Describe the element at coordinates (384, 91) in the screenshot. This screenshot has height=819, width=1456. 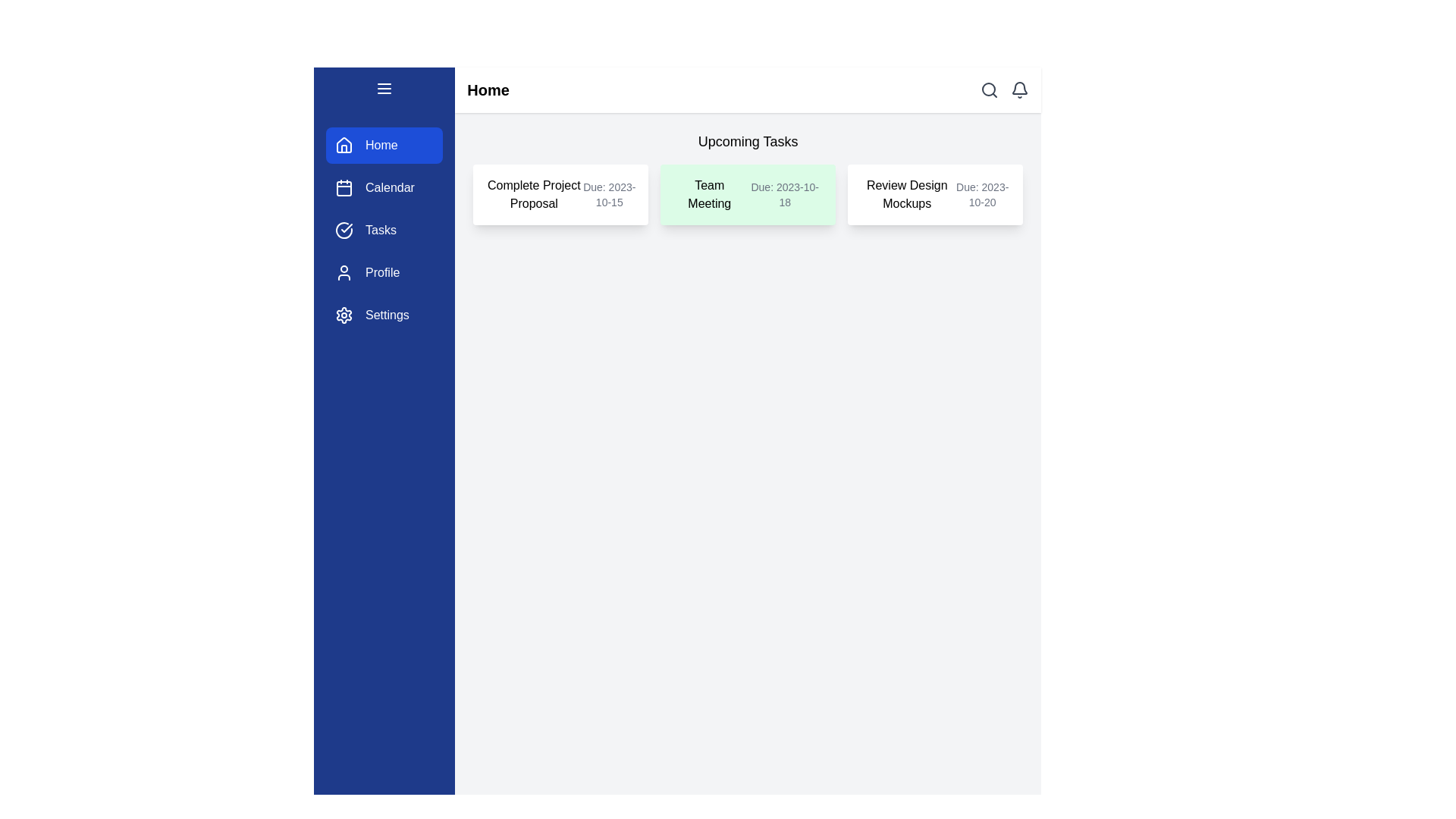
I see `the menu toggle button located at the top-left corner of the blue sidebar, above the navigation options such as 'Home,' 'Calendar,' and 'Tasks.'` at that location.